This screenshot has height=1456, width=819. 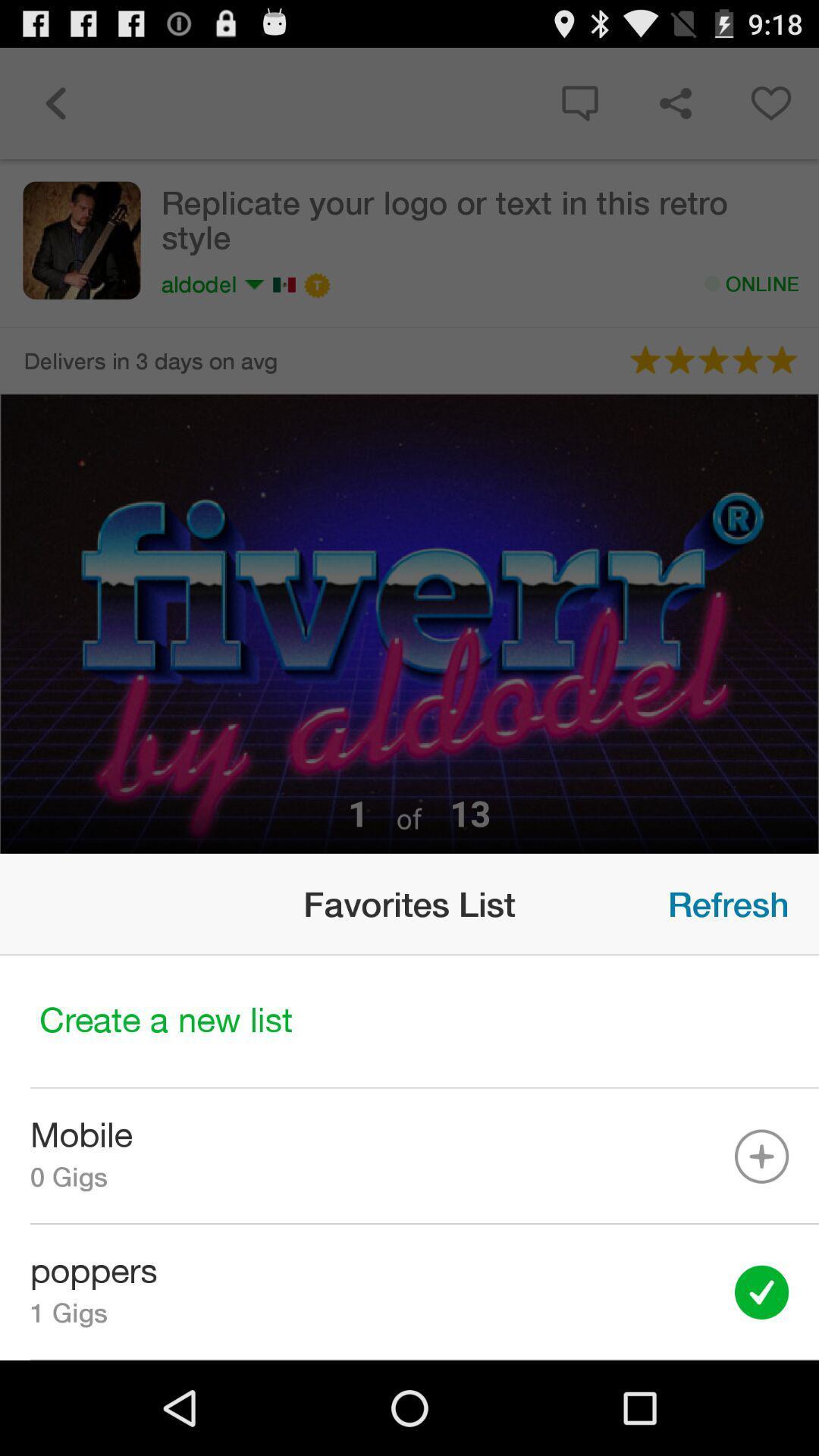 I want to click on the icon next to favorites list item, so click(x=727, y=904).